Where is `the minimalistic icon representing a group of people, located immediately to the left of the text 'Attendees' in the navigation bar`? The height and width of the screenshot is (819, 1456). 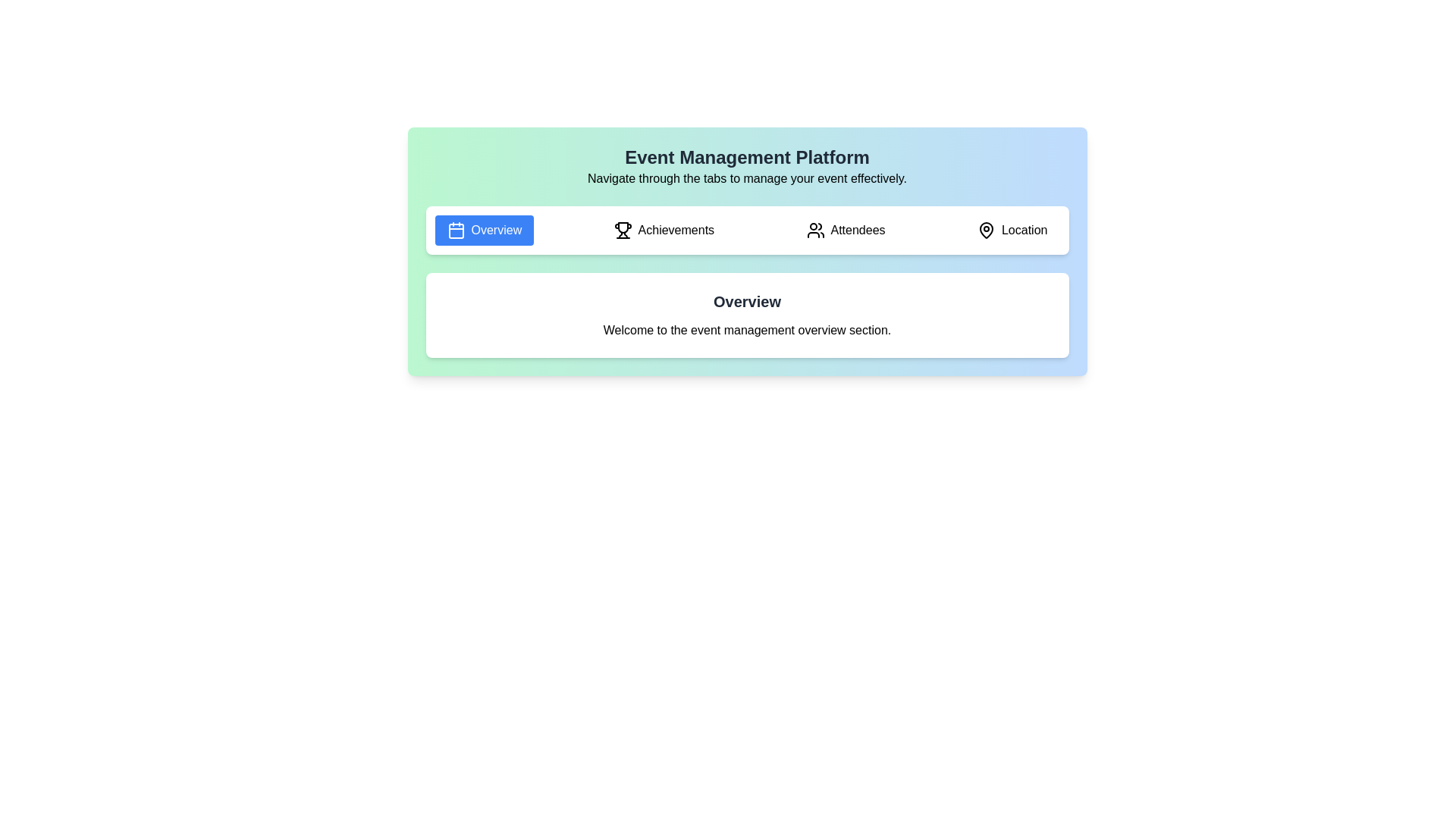 the minimalistic icon representing a group of people, located immediately to the left of the text 'Attendees' in the navigation bar is located at coordinates (814, 231).